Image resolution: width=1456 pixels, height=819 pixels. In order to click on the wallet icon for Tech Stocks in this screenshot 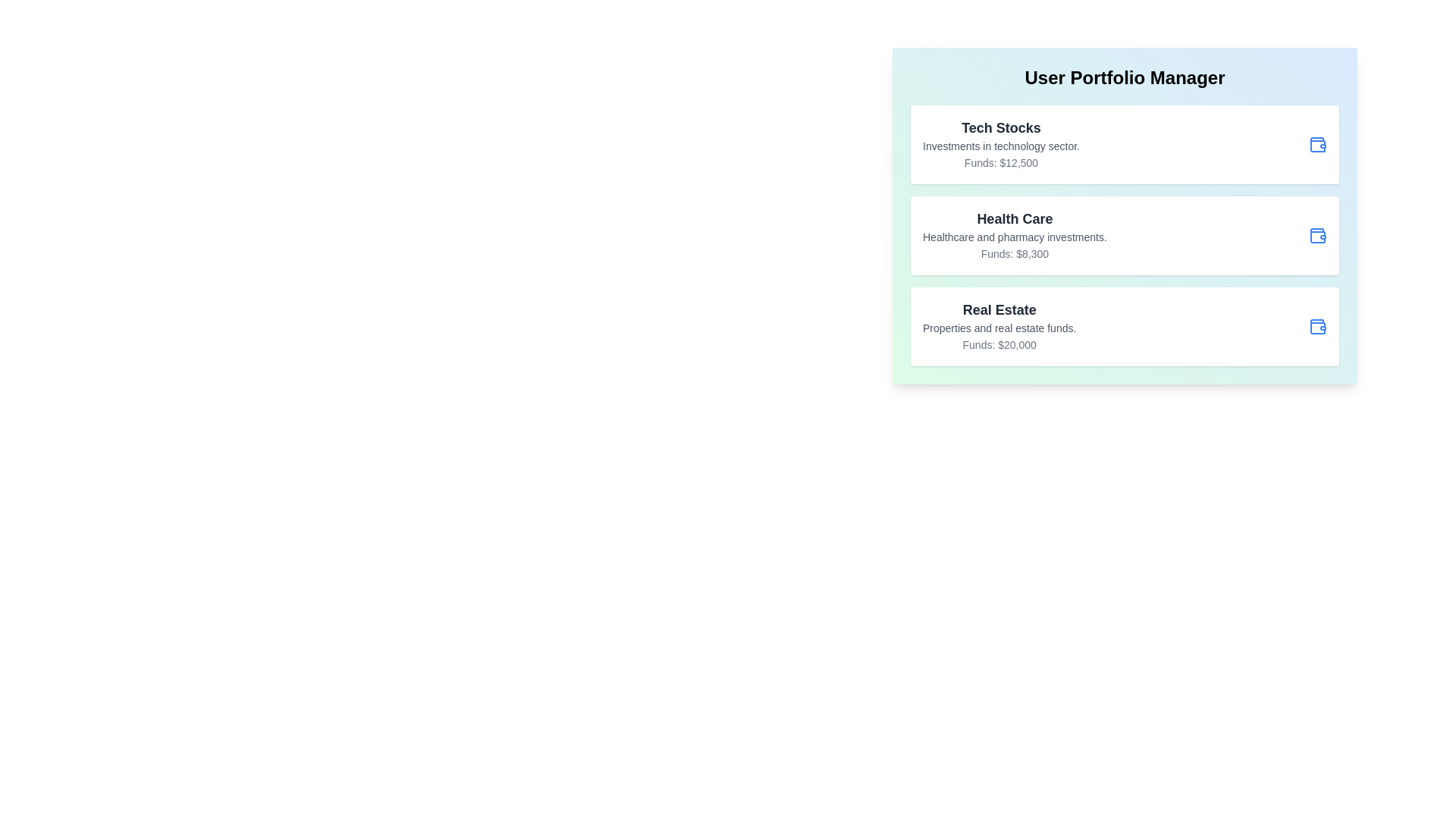, I will do `click(1316, 145)`.